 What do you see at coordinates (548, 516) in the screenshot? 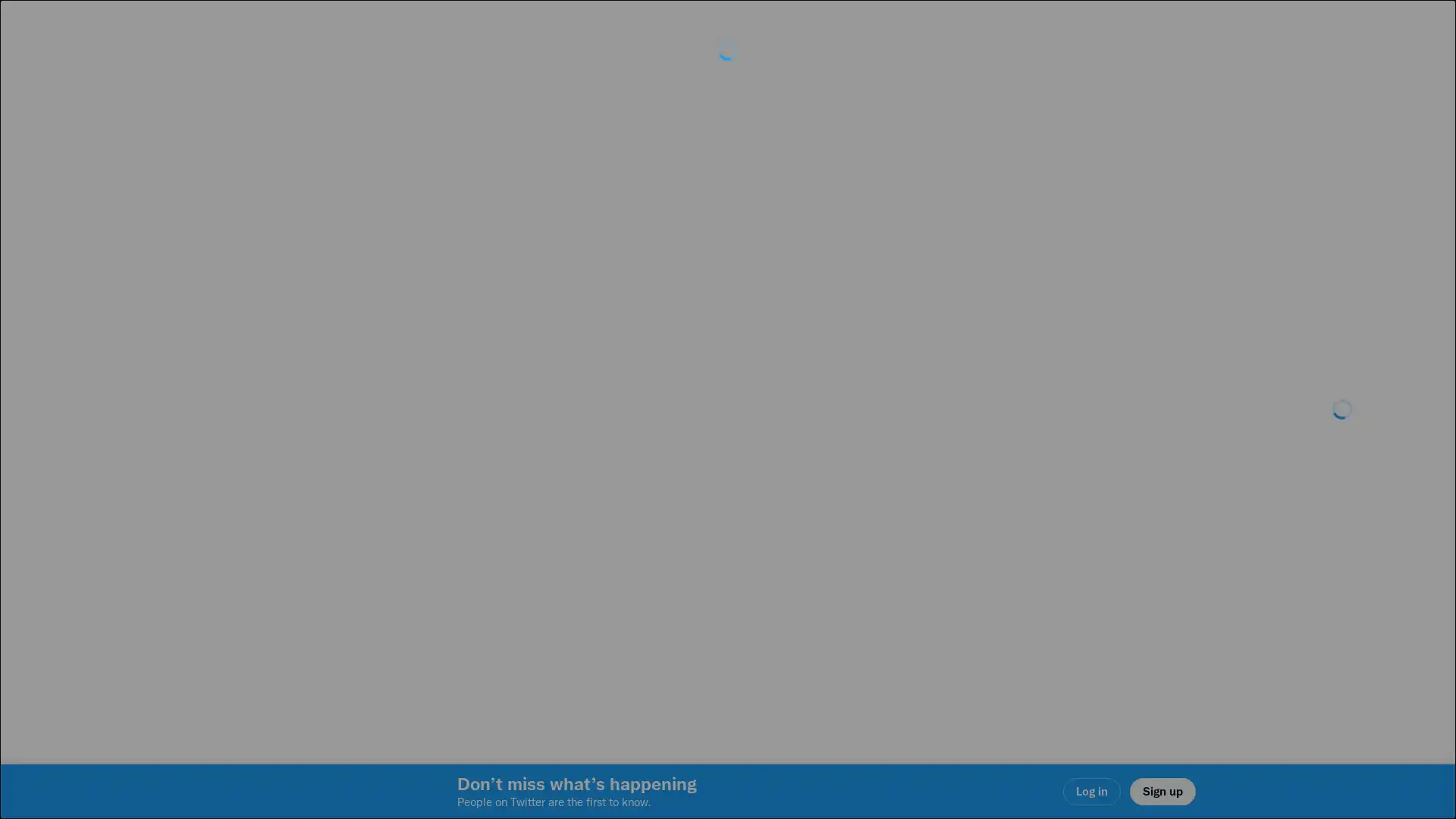
I see `Sign up` at bounding box center [548, 516].